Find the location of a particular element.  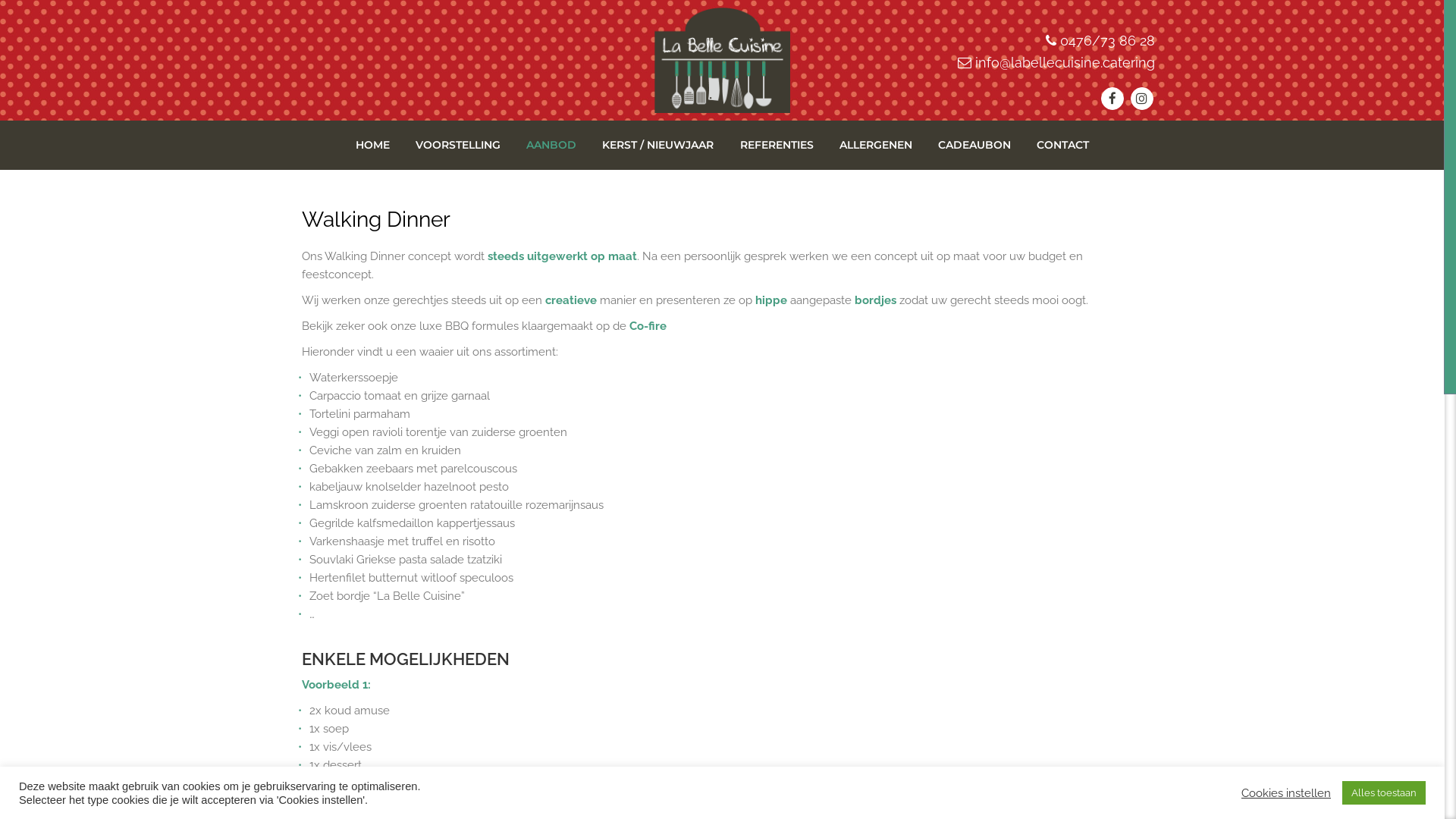

'Cookies instellen' is located at coordinates (1285, 792).